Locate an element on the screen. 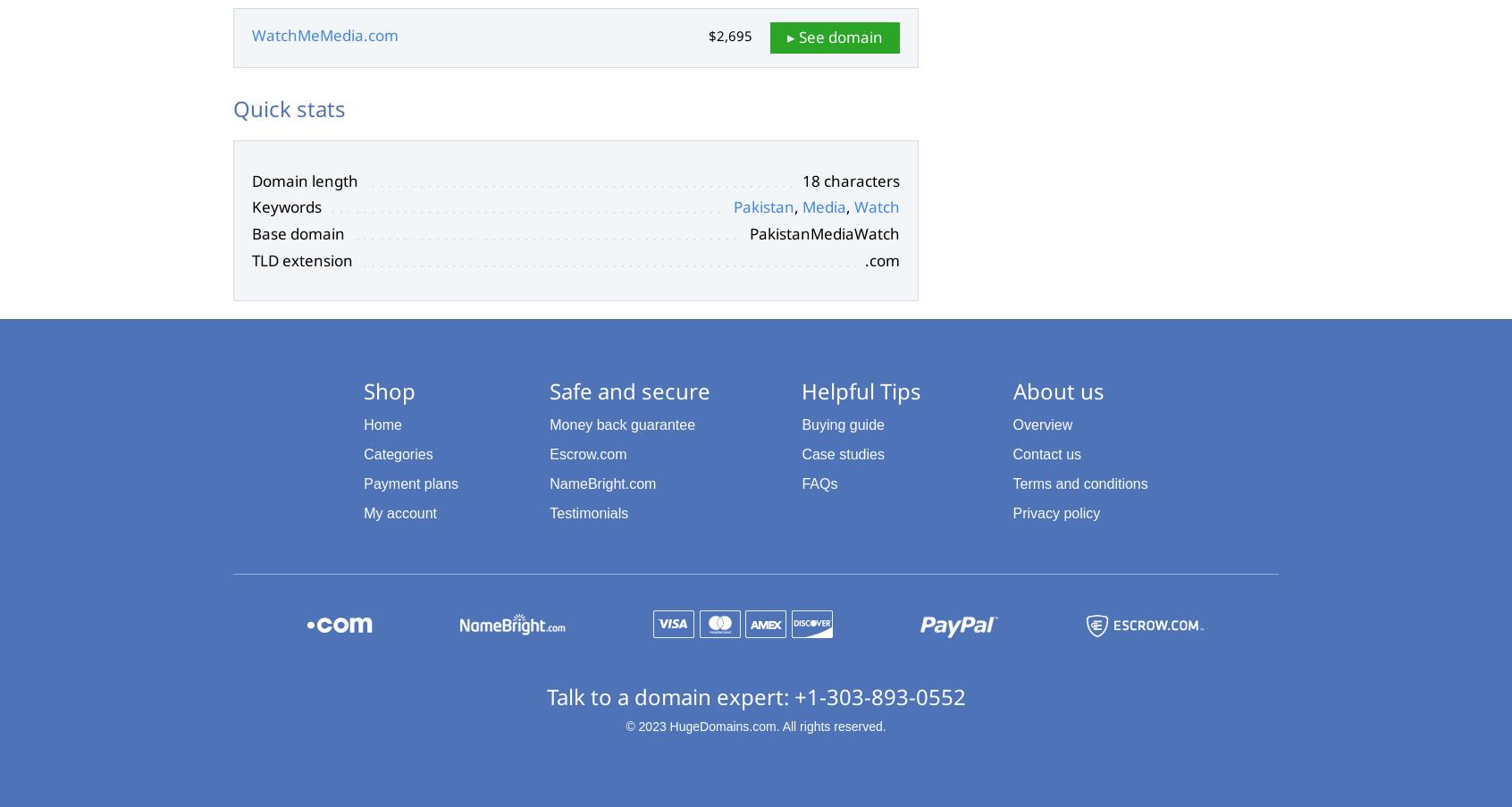 The width and height of the screenshot is (1512, 807). '▸ See domain' is located at coordinates (835, 36).